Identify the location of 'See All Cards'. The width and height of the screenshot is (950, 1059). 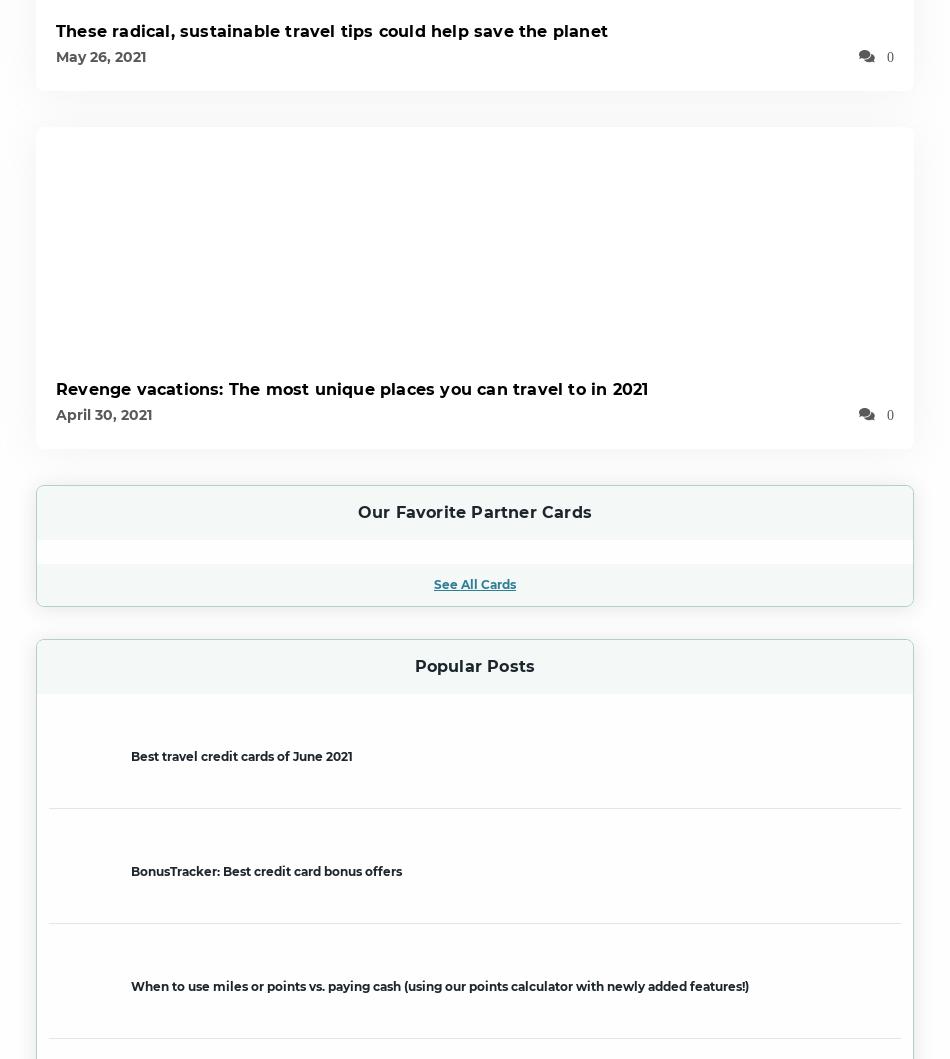
(475, 582).